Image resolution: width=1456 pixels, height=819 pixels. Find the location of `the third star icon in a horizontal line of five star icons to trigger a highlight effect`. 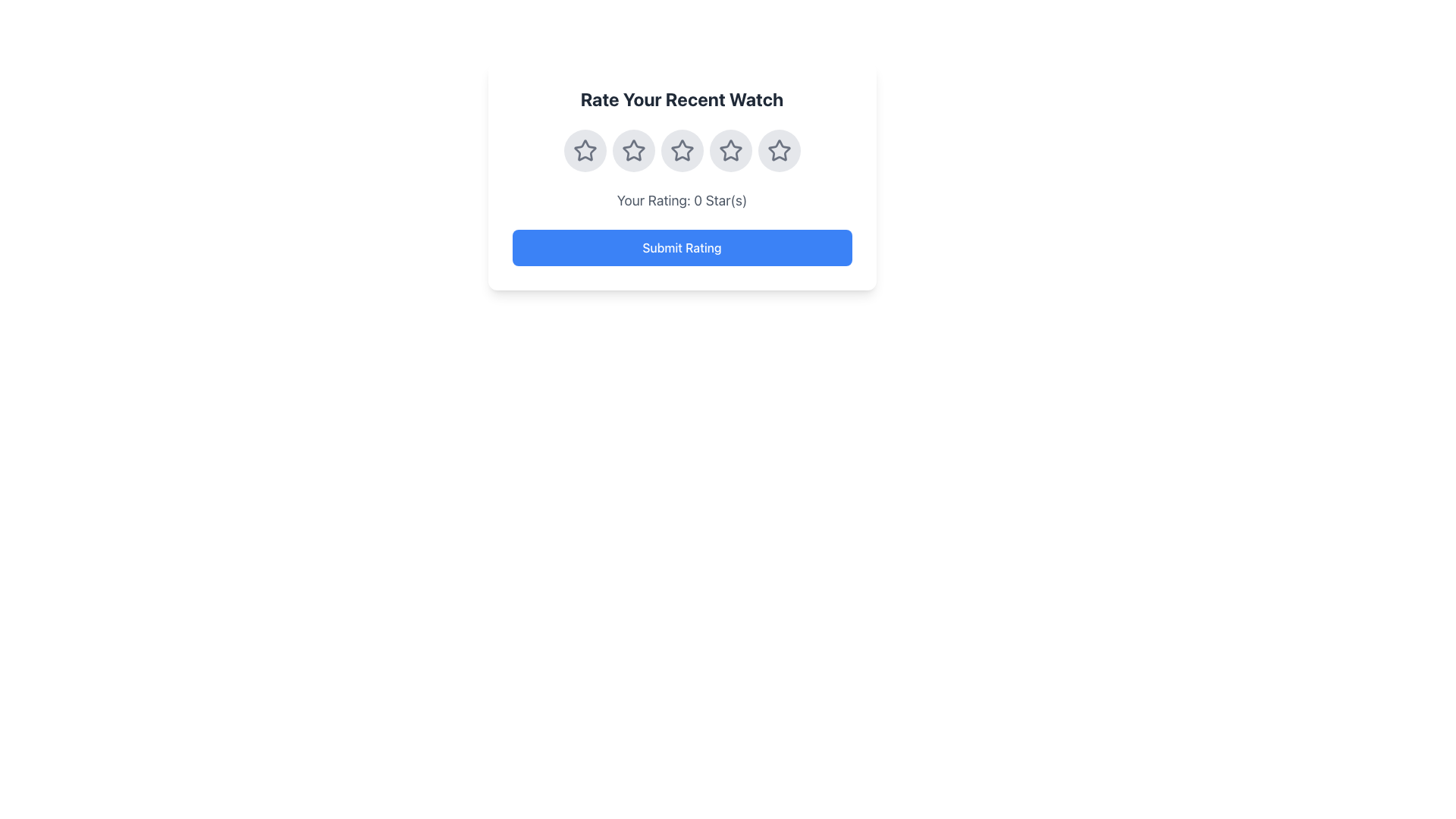

the third star icon in a horizontal line of five star icons to trigger a highlight effect is located at coordinates (730, 151).